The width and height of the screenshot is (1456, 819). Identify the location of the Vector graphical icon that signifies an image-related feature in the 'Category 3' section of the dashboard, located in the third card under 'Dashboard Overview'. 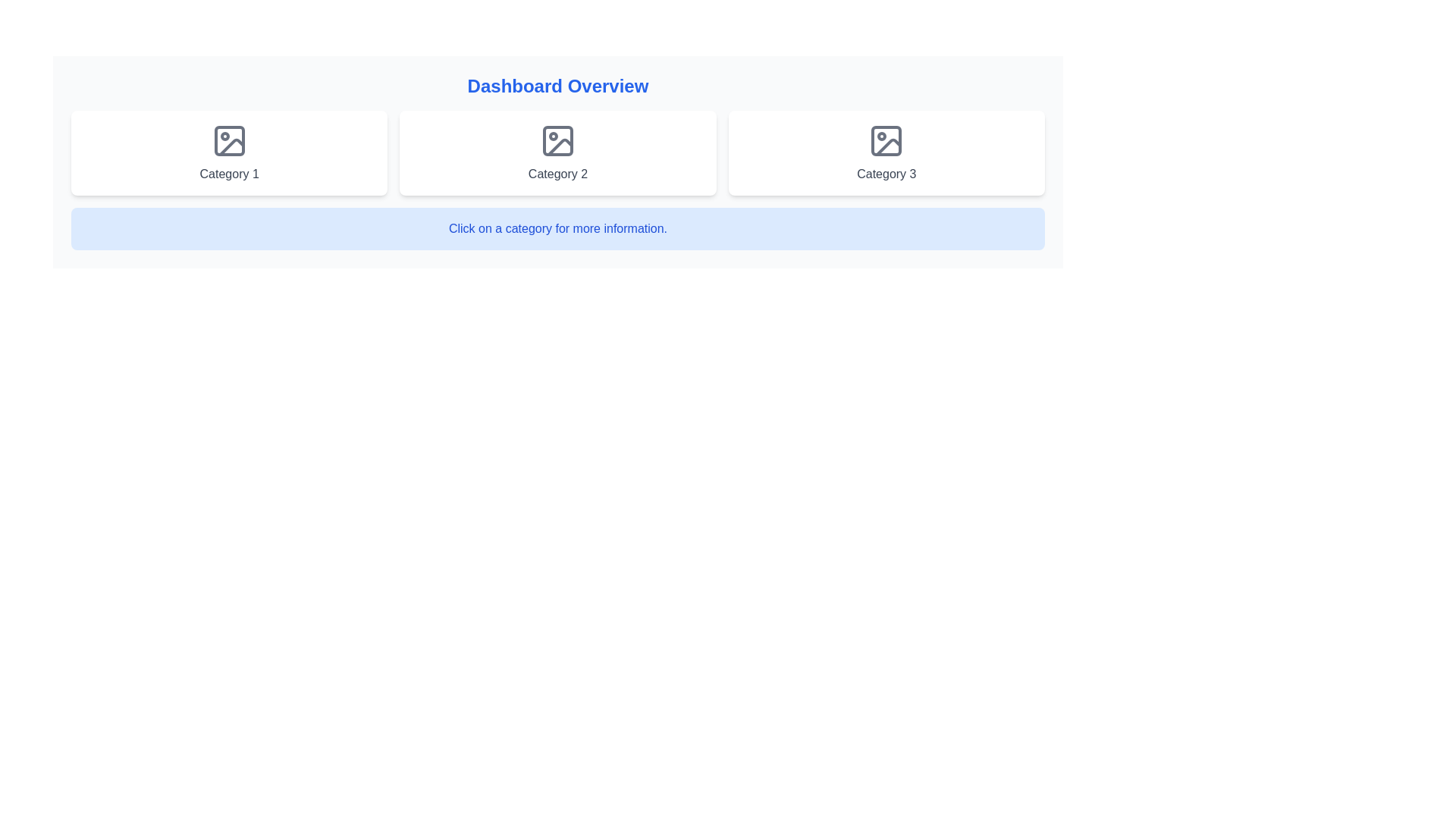
(889, 147).